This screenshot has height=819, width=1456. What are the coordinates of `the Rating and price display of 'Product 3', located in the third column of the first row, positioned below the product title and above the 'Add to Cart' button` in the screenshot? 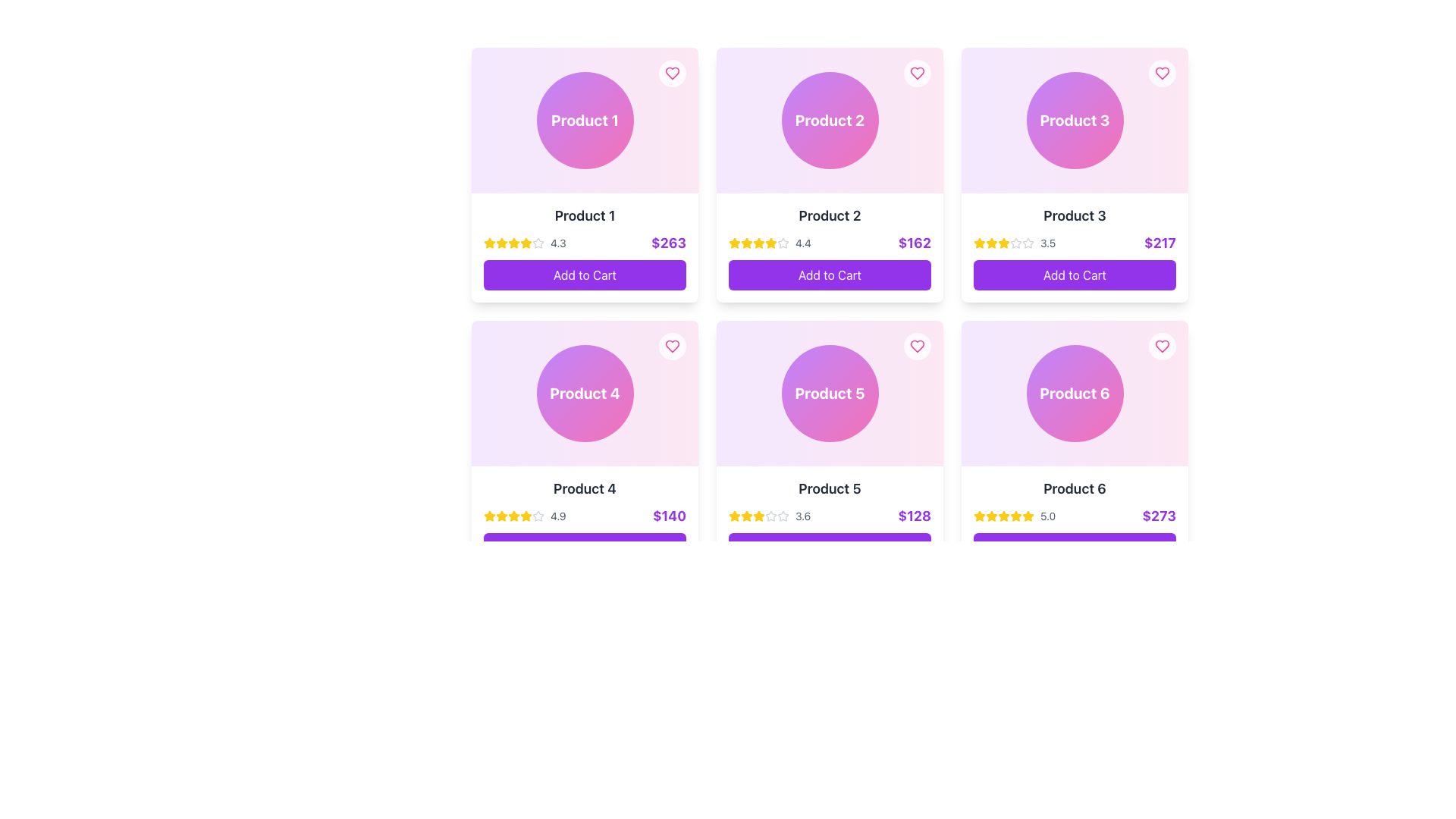 It's located at (1074, 242).